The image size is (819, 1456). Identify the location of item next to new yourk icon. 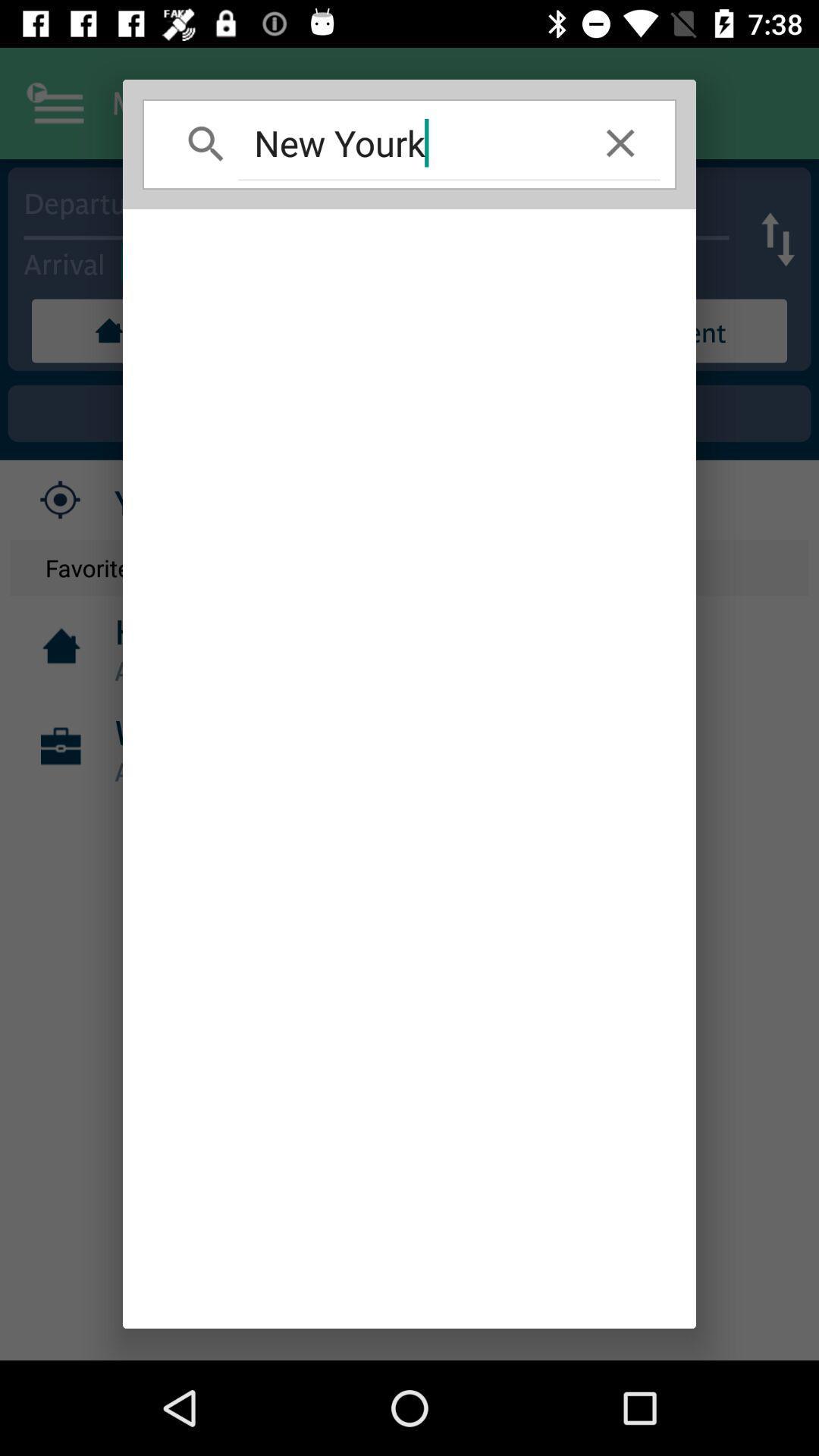
(620, 143).